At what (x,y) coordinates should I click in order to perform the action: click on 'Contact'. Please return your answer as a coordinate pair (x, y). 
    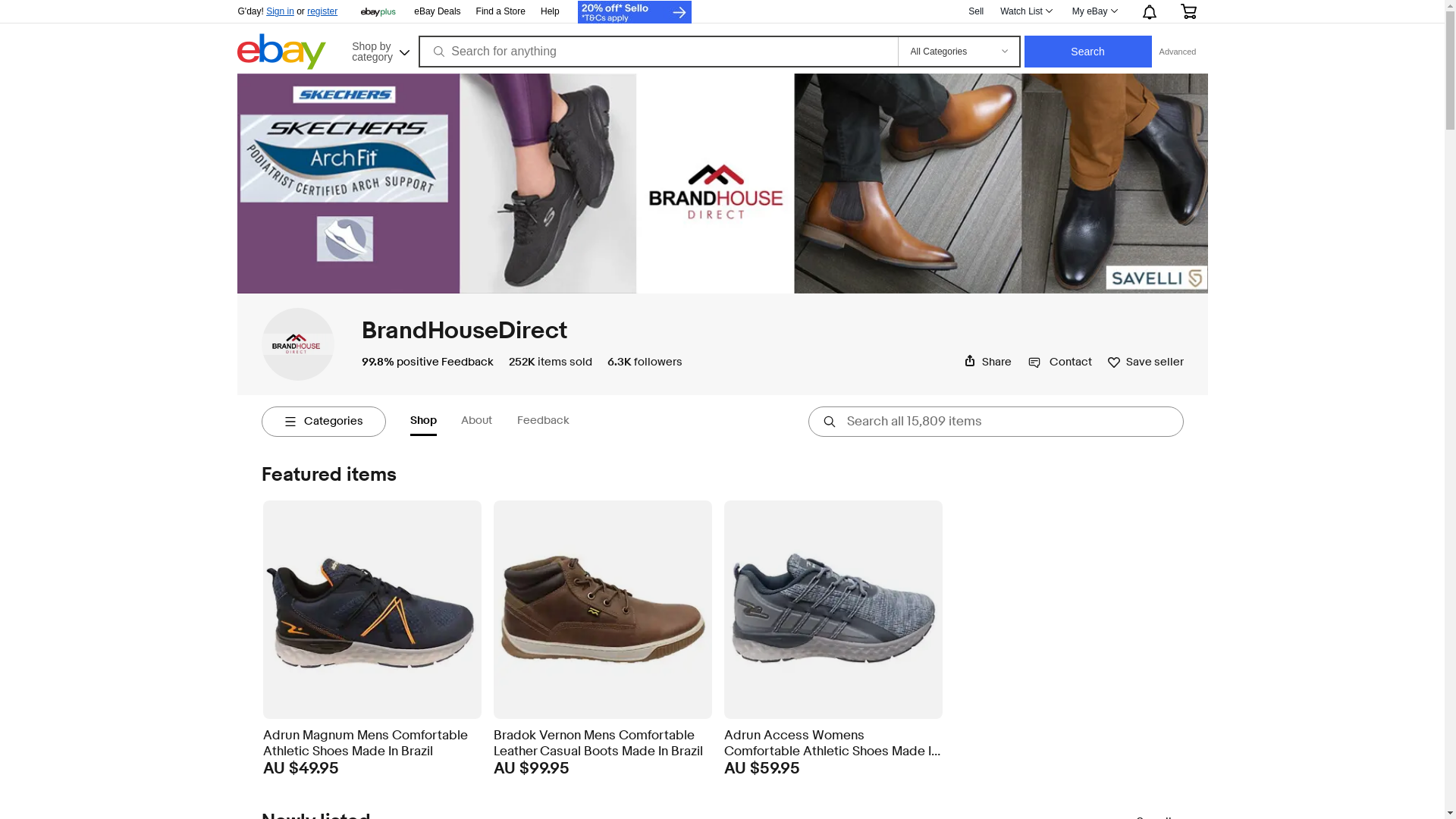
    Looking at the image, I should click on (1028, 362).